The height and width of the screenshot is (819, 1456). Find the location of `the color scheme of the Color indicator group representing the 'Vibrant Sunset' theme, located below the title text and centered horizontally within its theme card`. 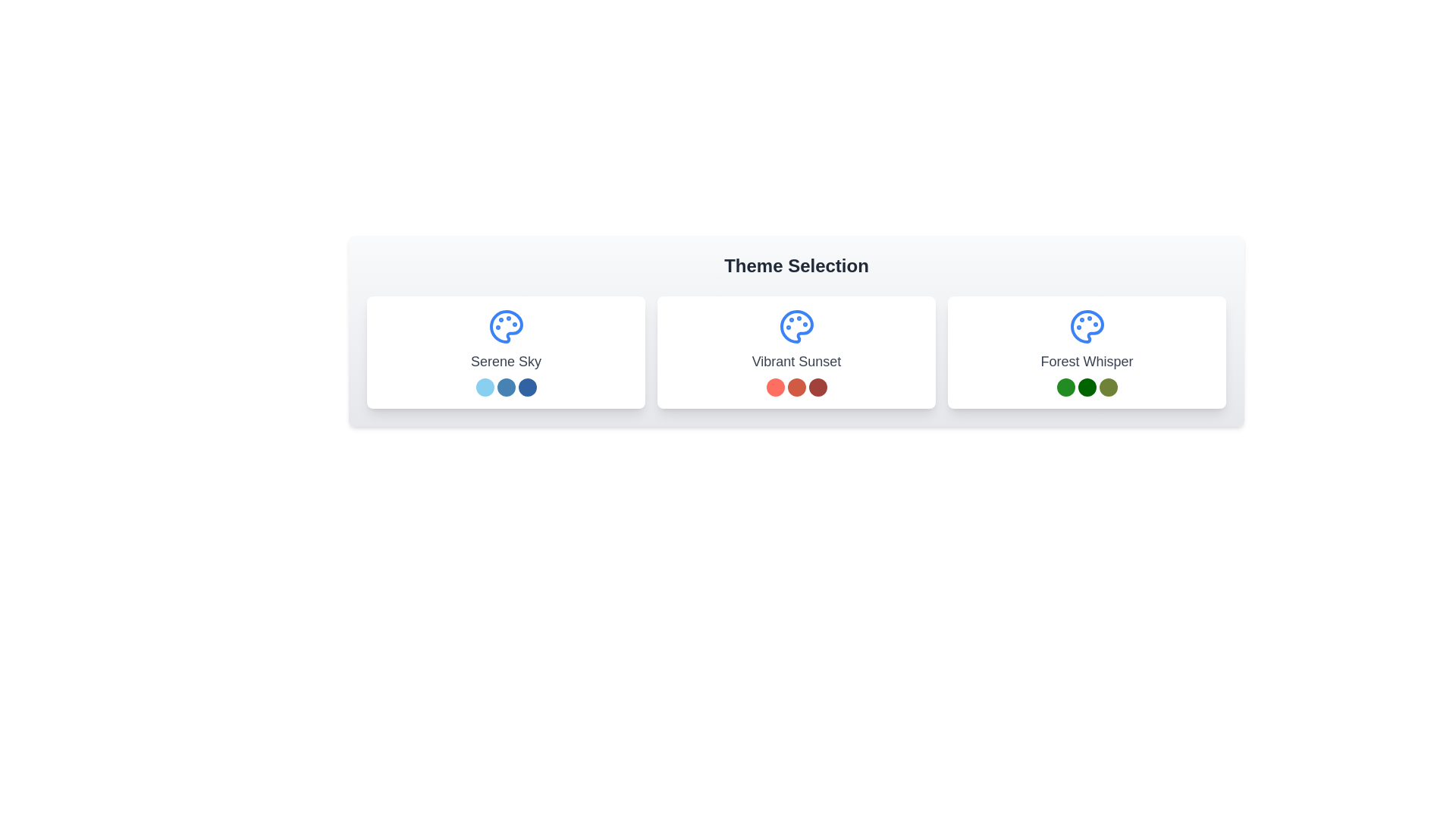

the color scheme of the Color indicator group representing the 'Vibrant Sunset' theme, located below the title text and centered horizontally within its theme card is located at coordinates (795, 386).